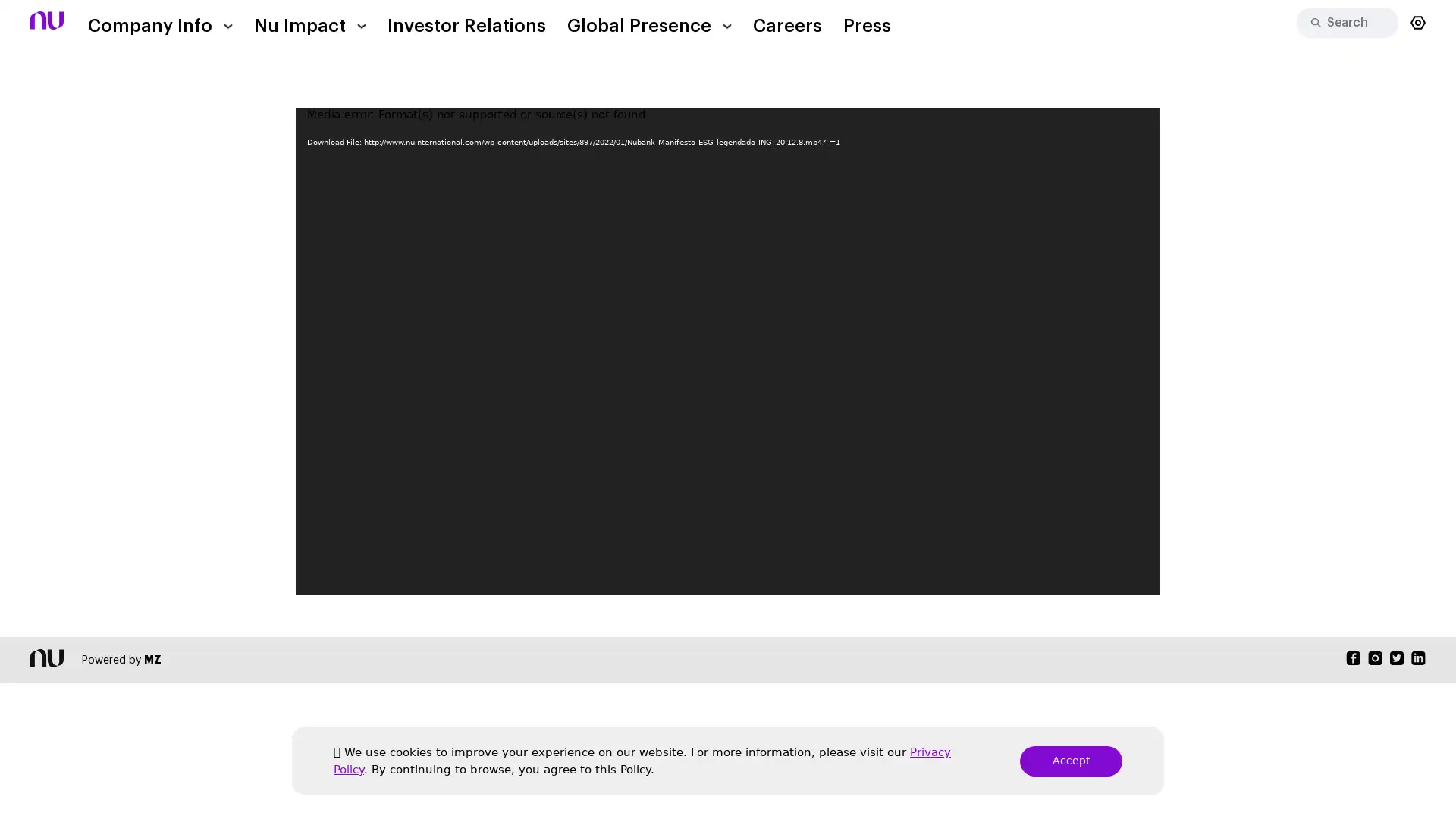  What do you see at coordinates (1116, 579) in the screenshot?
I see `Mute` at bounding box center [1116, 579].